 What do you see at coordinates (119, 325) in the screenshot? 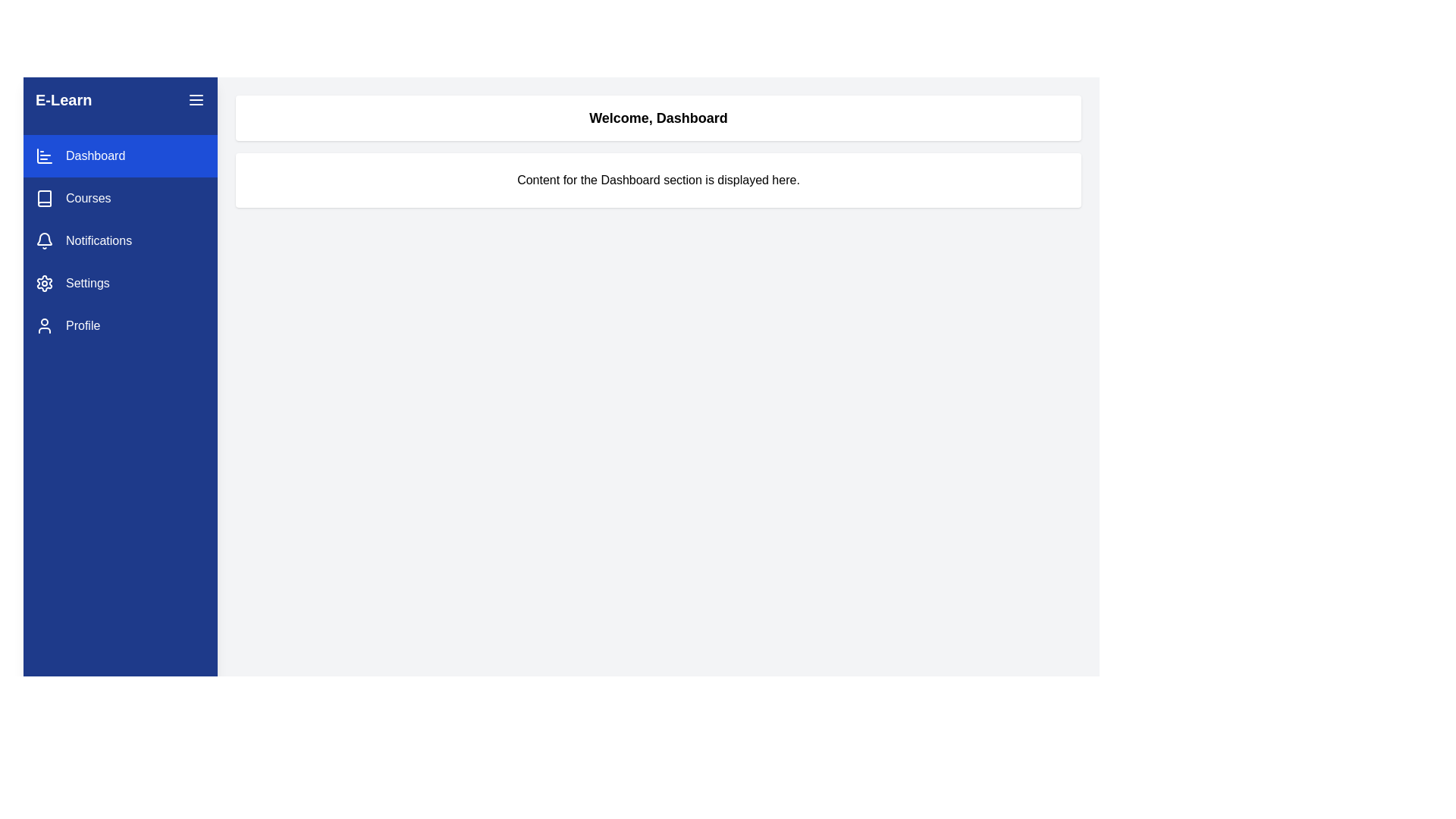
I see `the fifth button in the left-side vertical navigation menu, located below the 'Settings' button` at bounding box center [119, 325].